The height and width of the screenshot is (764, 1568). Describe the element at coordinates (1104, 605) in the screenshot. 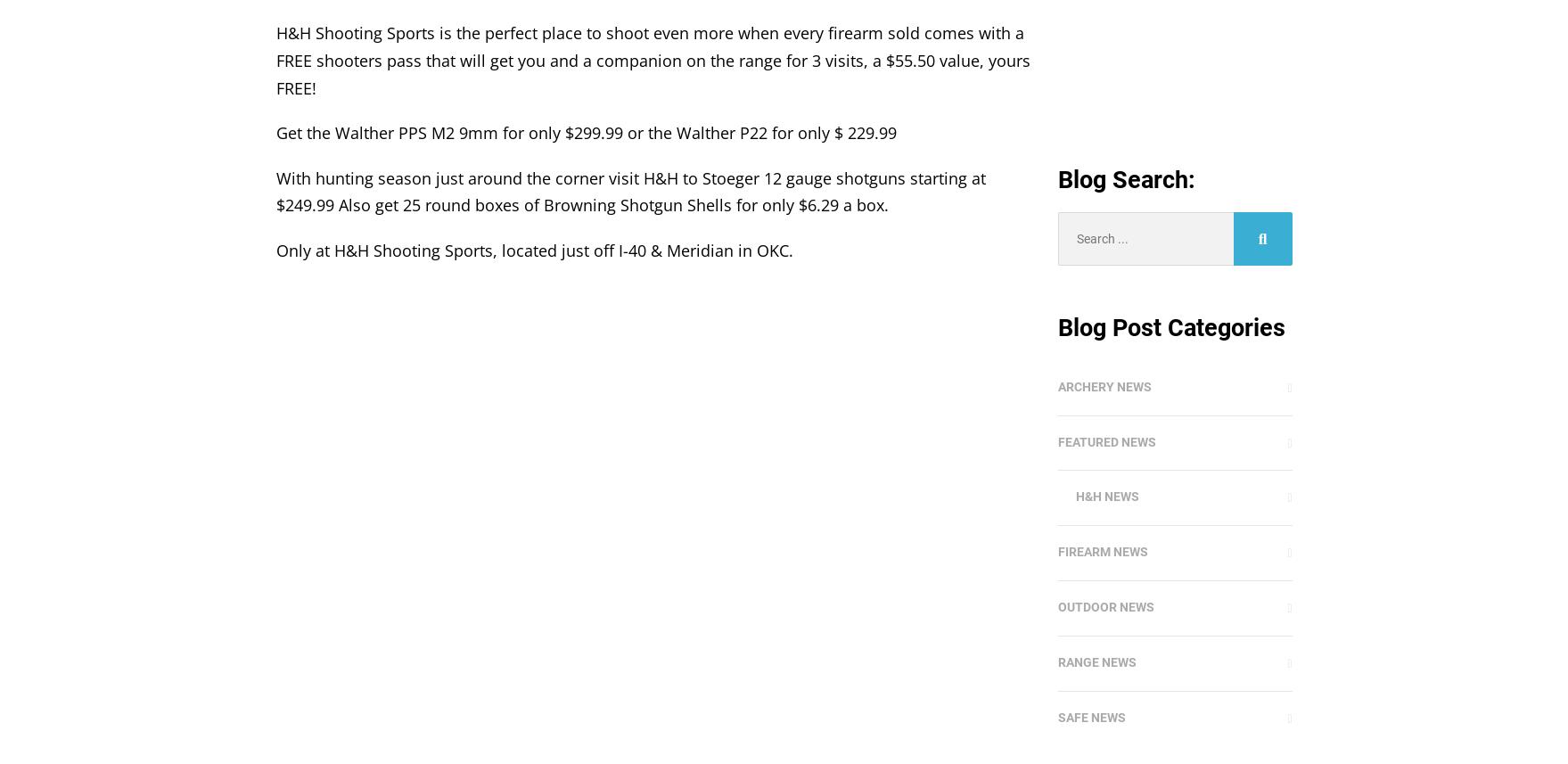

I see `'Outdoor News'` at that location.